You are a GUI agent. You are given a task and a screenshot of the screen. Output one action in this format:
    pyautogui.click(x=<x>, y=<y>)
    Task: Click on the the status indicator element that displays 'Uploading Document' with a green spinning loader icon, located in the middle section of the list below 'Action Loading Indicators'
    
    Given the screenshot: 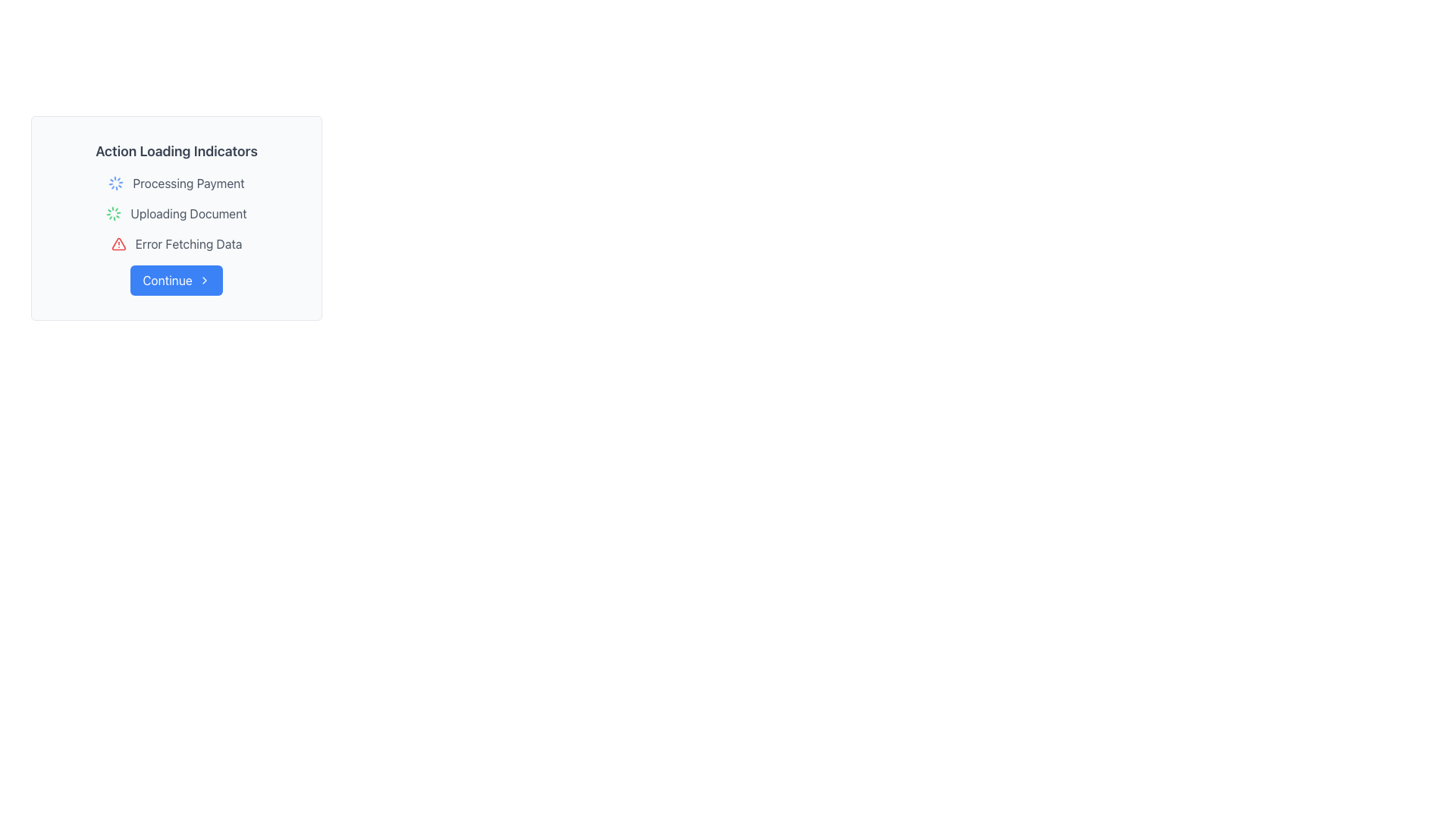 What is the action you would take?
    pyautogui.click(x=177, y=213)
    